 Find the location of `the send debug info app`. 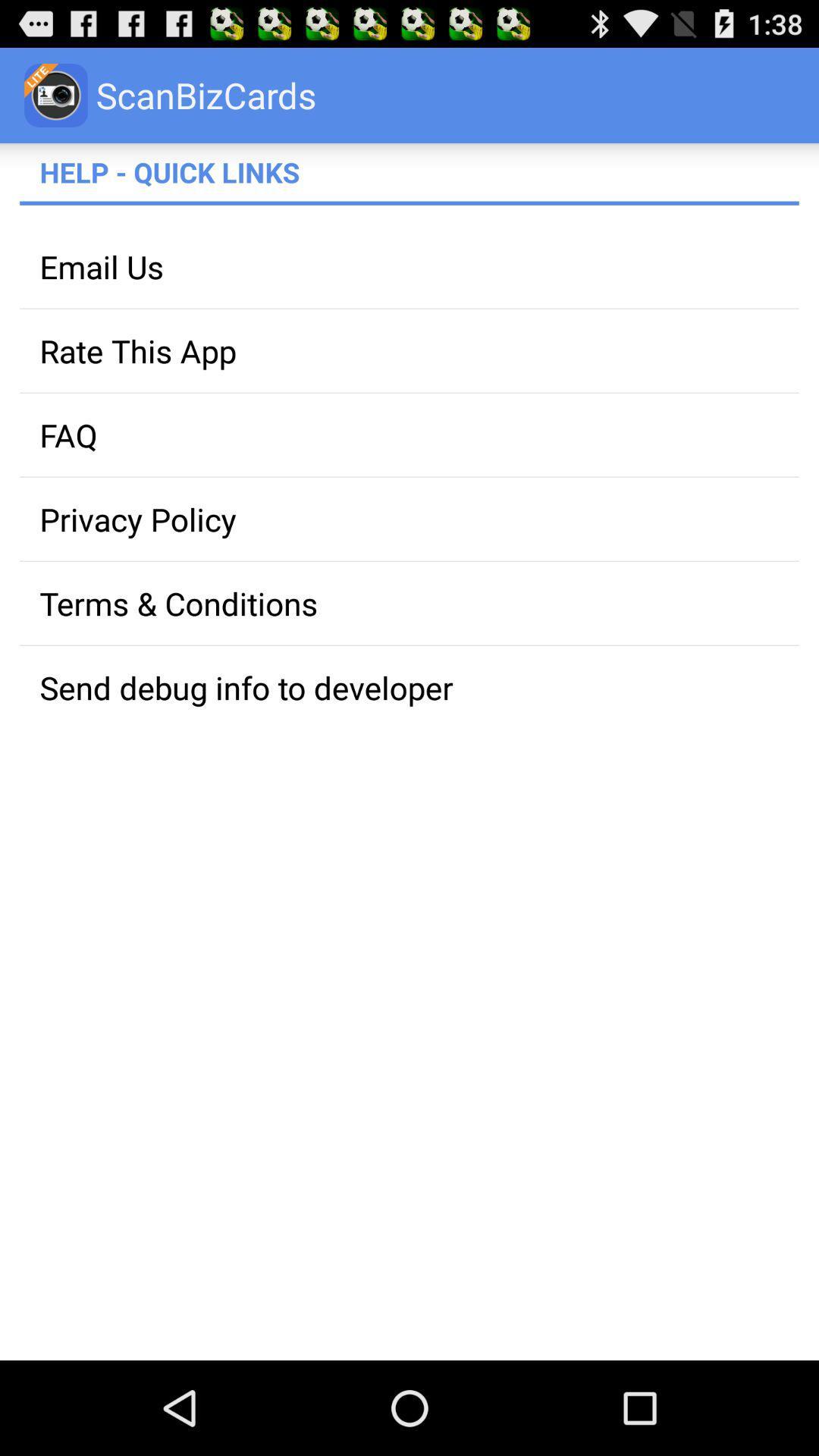

the send debug info app is located at coordinates (409, 686).